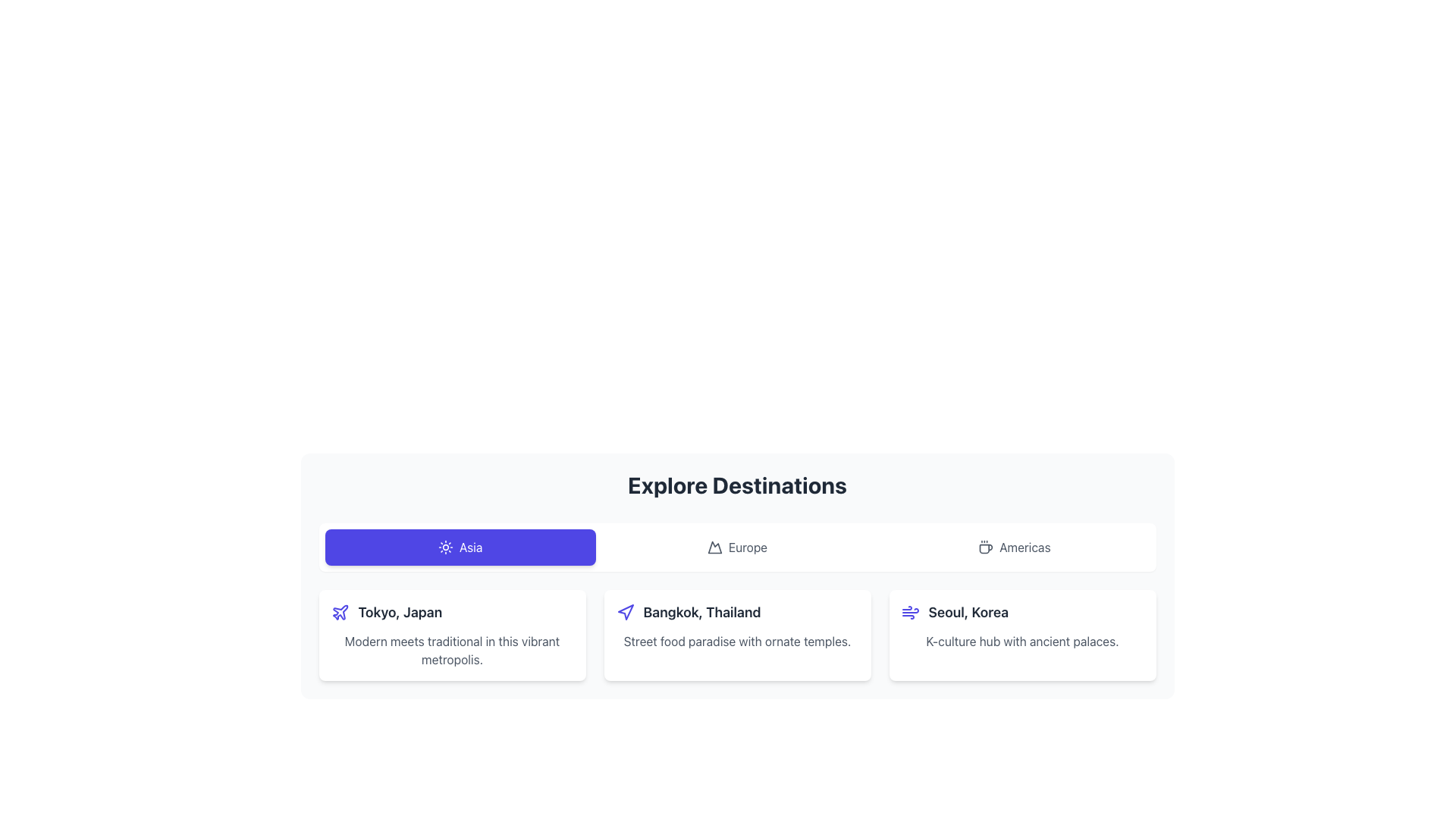 The height and width of the screenshot is (819, 1456). Describe the element at coordinates (451, 649) in the screenshot. I see `the static text element displaying the description 'Modern meets traditional in this vibrant metropolis.' located below the title 'Tokyo, Japan' in the card layout` at that location.